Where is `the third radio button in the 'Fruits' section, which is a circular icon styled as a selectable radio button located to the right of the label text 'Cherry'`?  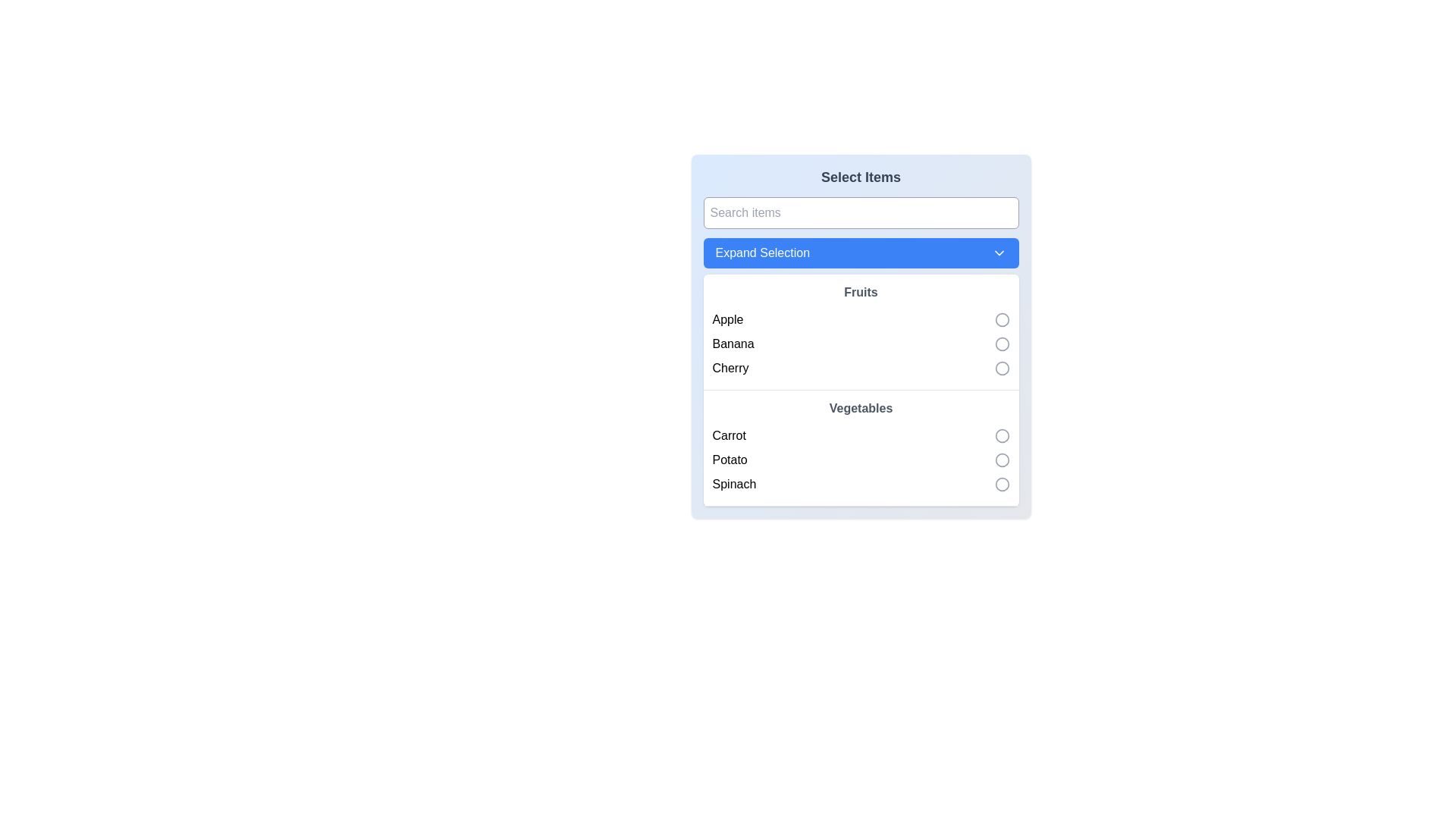
the third radio button in the 'Fruits' section, which is a circular icon styled as a selectable radio button located to the right of the label text 'Cherry' is located at coordinates (1002, 369).